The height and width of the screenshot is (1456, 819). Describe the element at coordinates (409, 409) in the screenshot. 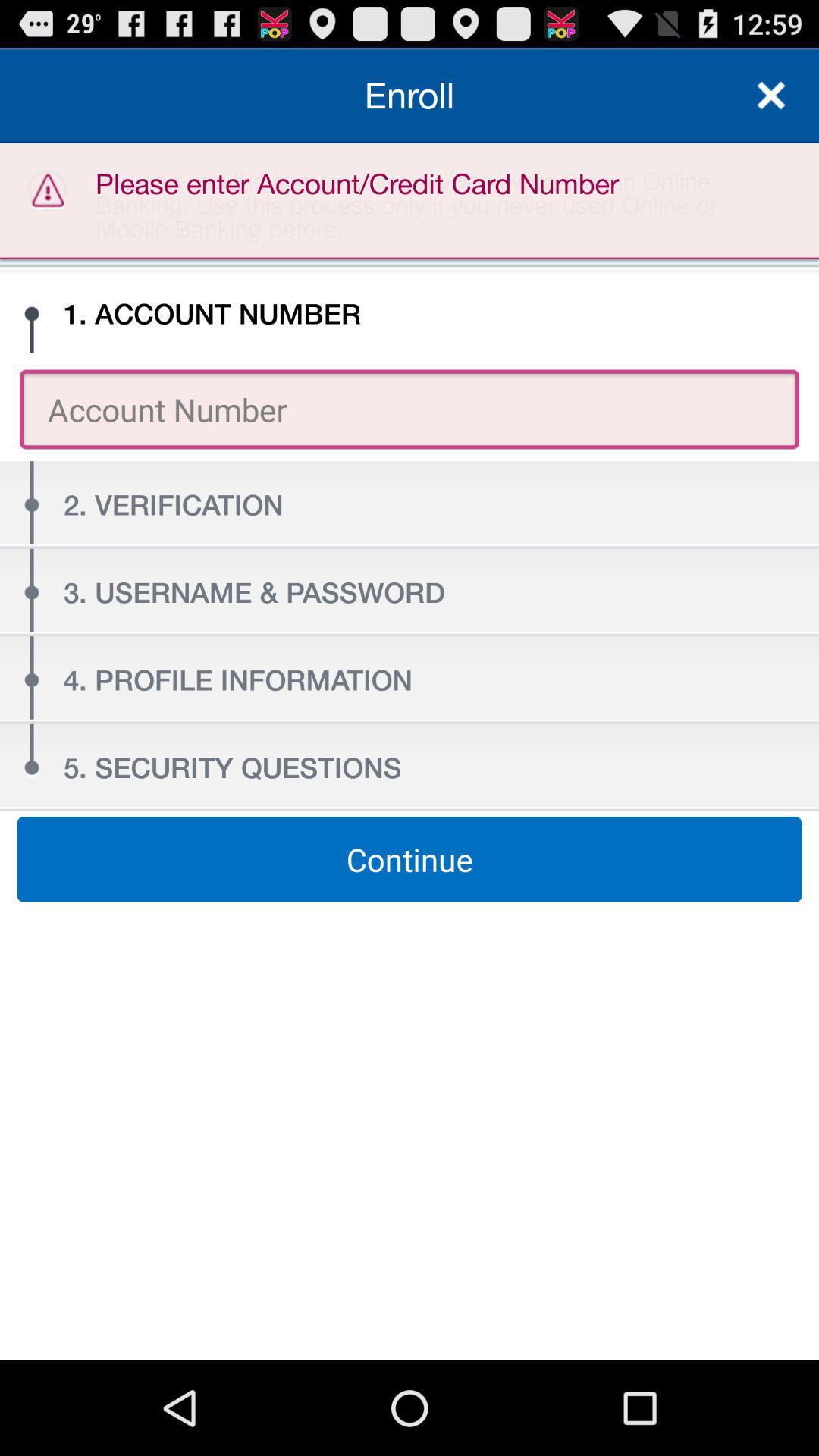

I see `account number` at that location.